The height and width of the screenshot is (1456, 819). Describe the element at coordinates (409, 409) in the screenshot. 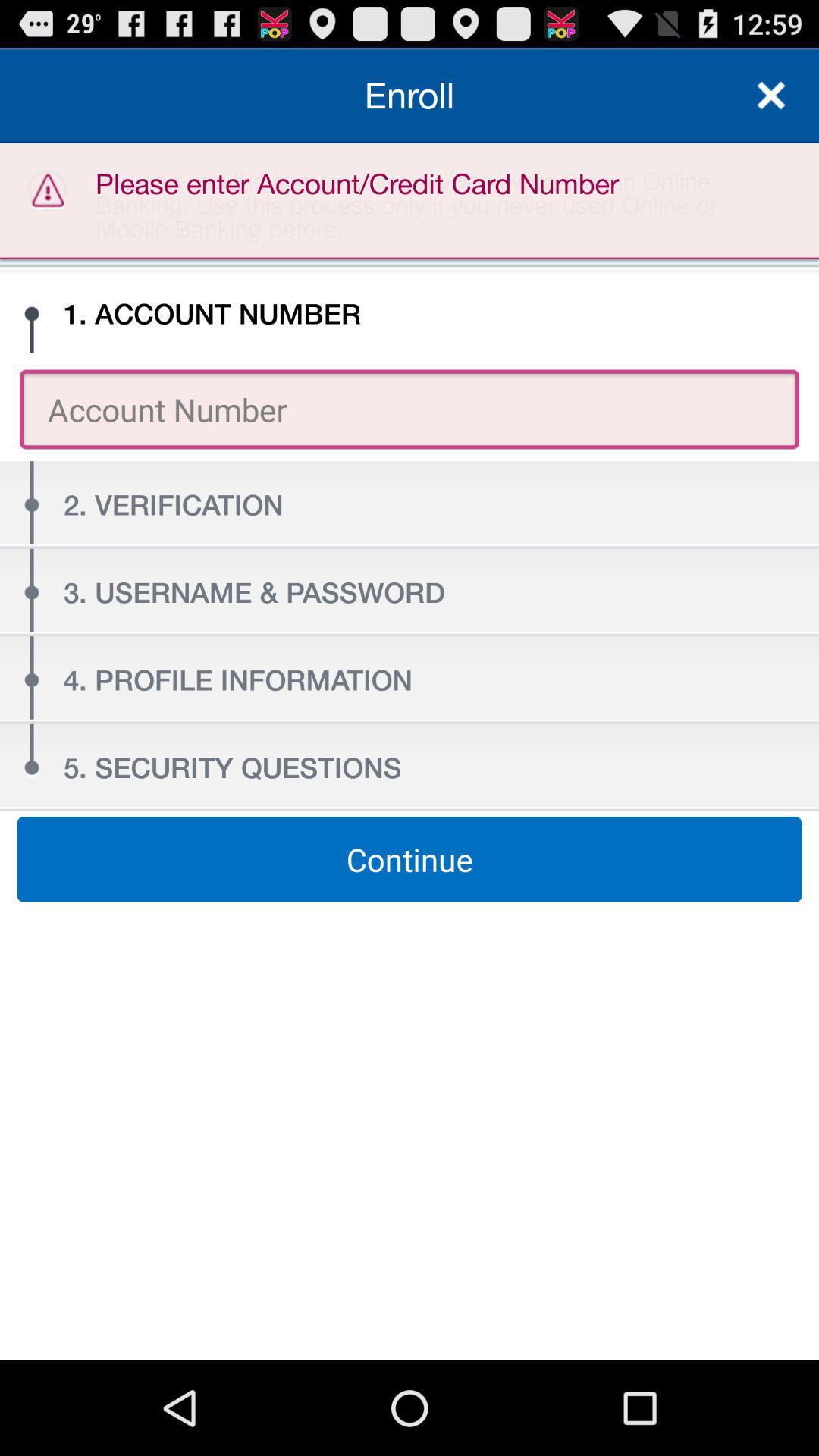

I see `account number` at that location.